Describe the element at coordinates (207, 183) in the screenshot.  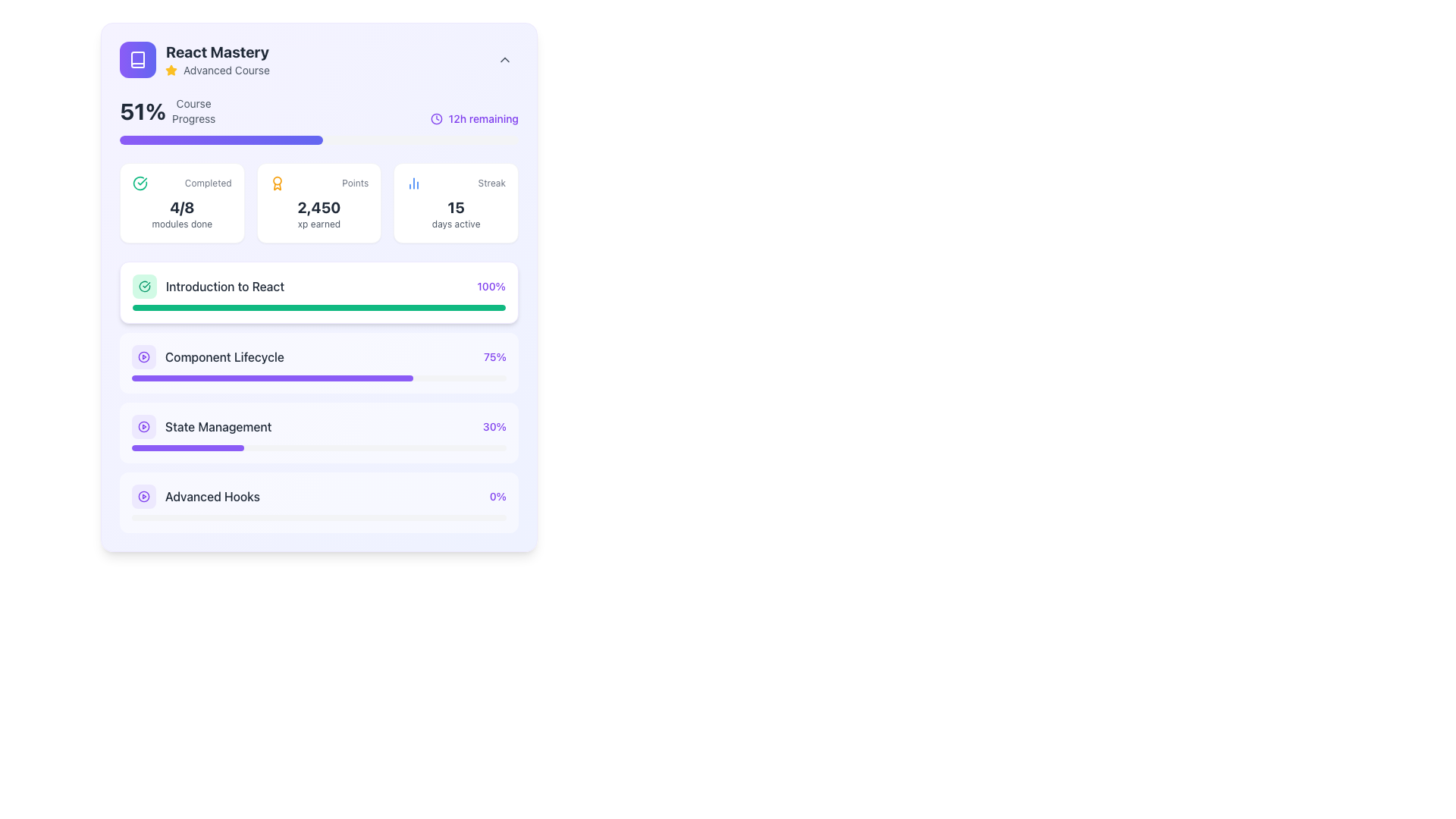
I see `the static text label displaying 'Completed', which is adjacent to a checkmark indicating completion status` at that location.